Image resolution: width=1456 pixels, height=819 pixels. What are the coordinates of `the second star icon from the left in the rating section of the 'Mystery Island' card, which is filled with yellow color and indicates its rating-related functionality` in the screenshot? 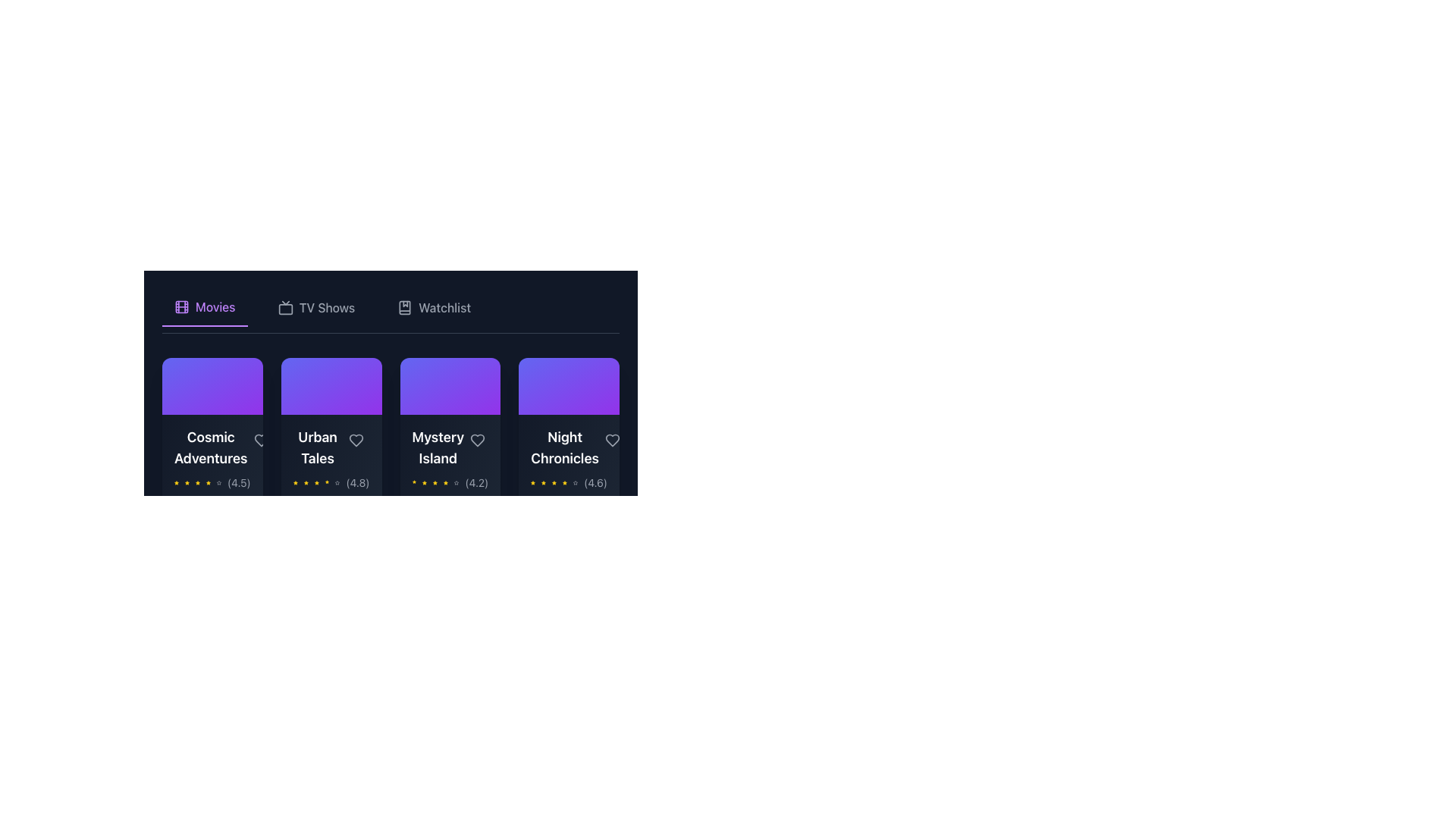 It's located at (425, 482).